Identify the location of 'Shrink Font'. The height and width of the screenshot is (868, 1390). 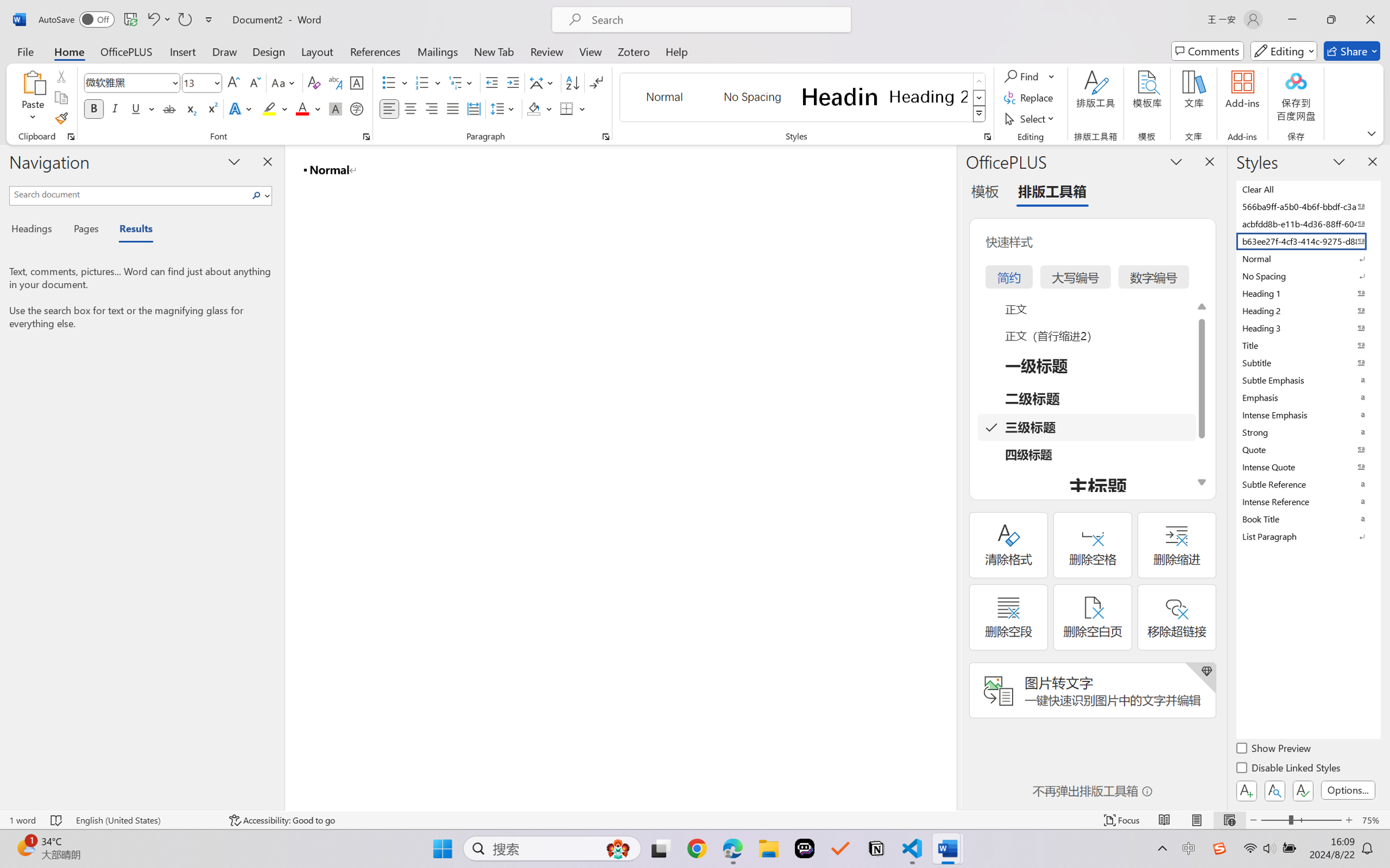
(253, 83).